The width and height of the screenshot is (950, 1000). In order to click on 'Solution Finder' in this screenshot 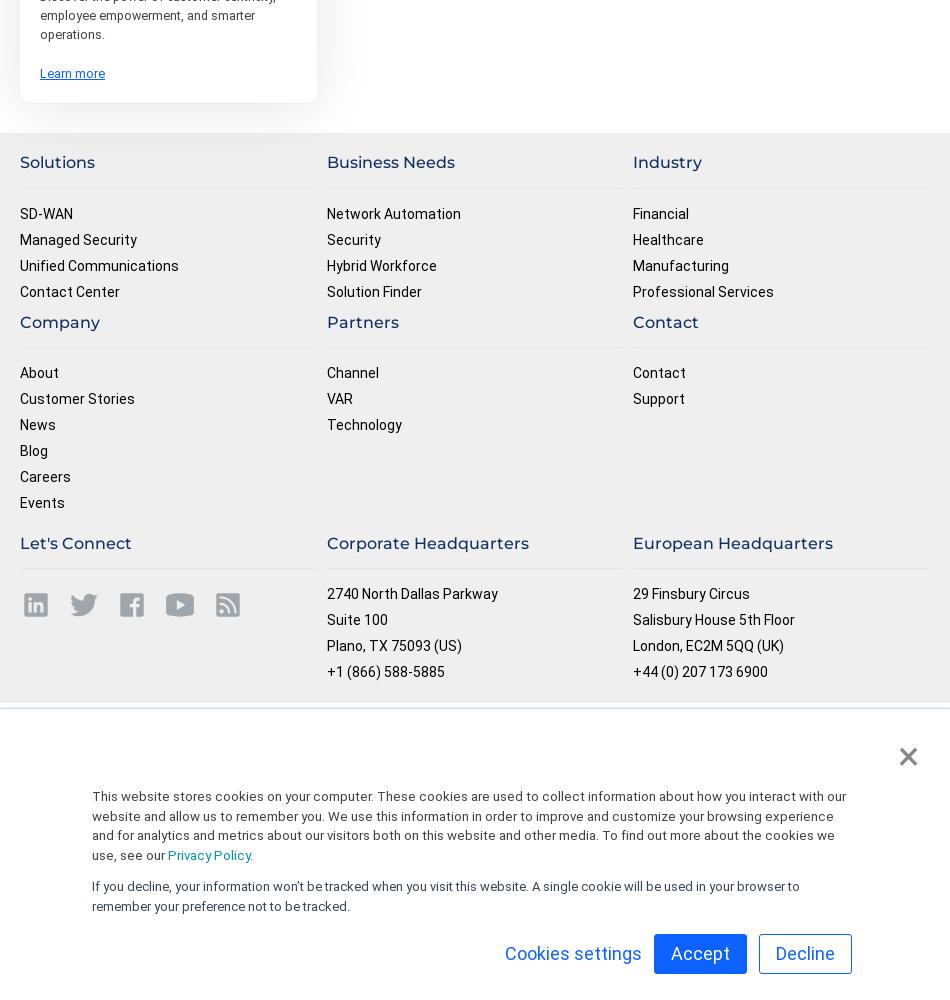, I will do `click(372, 291)`.